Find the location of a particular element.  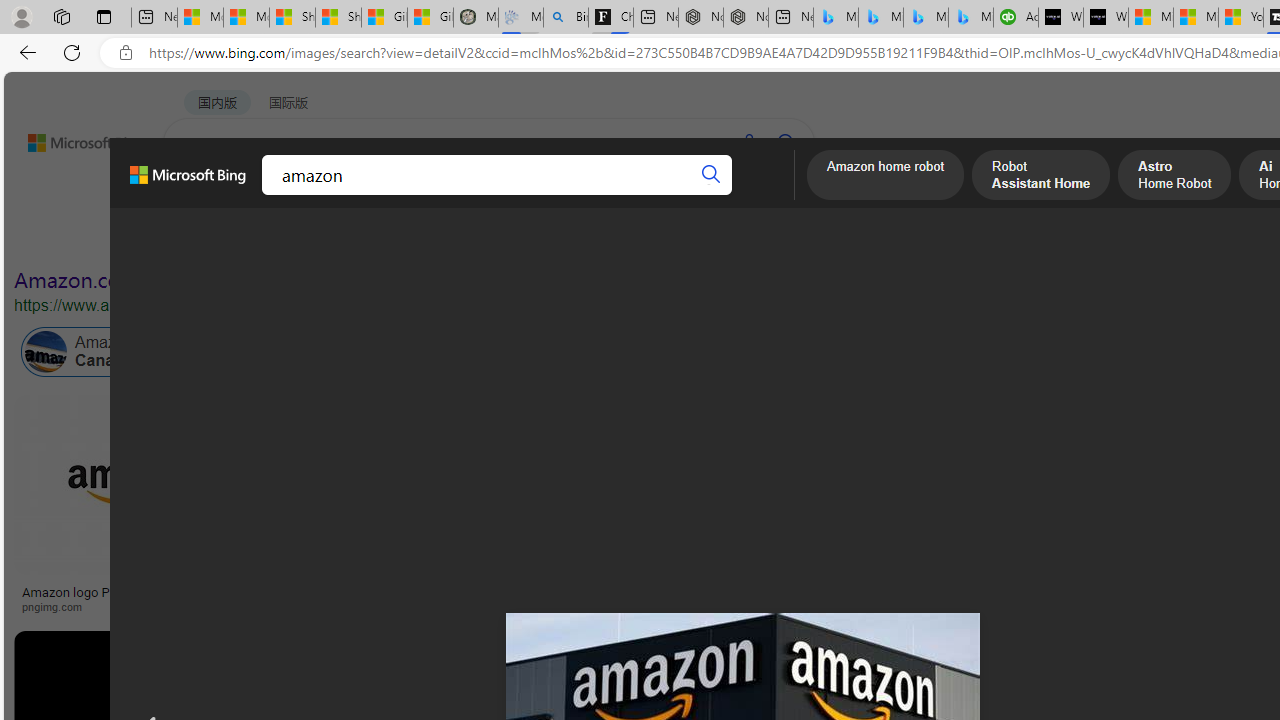

'Back' is located at coordinates (24, 51).